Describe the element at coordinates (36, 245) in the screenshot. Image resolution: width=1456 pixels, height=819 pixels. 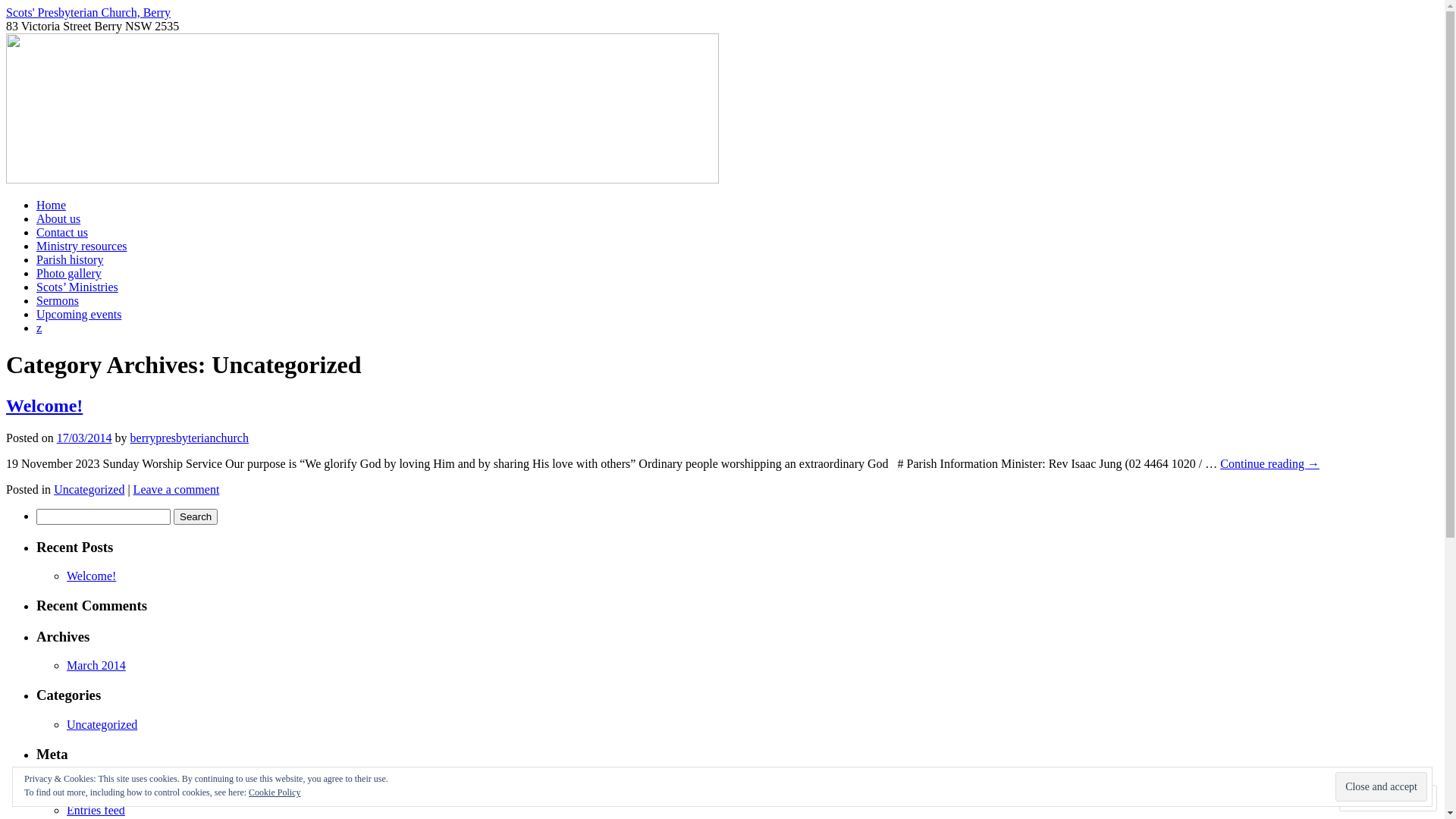
I see `'Ministry resources'` at that location.